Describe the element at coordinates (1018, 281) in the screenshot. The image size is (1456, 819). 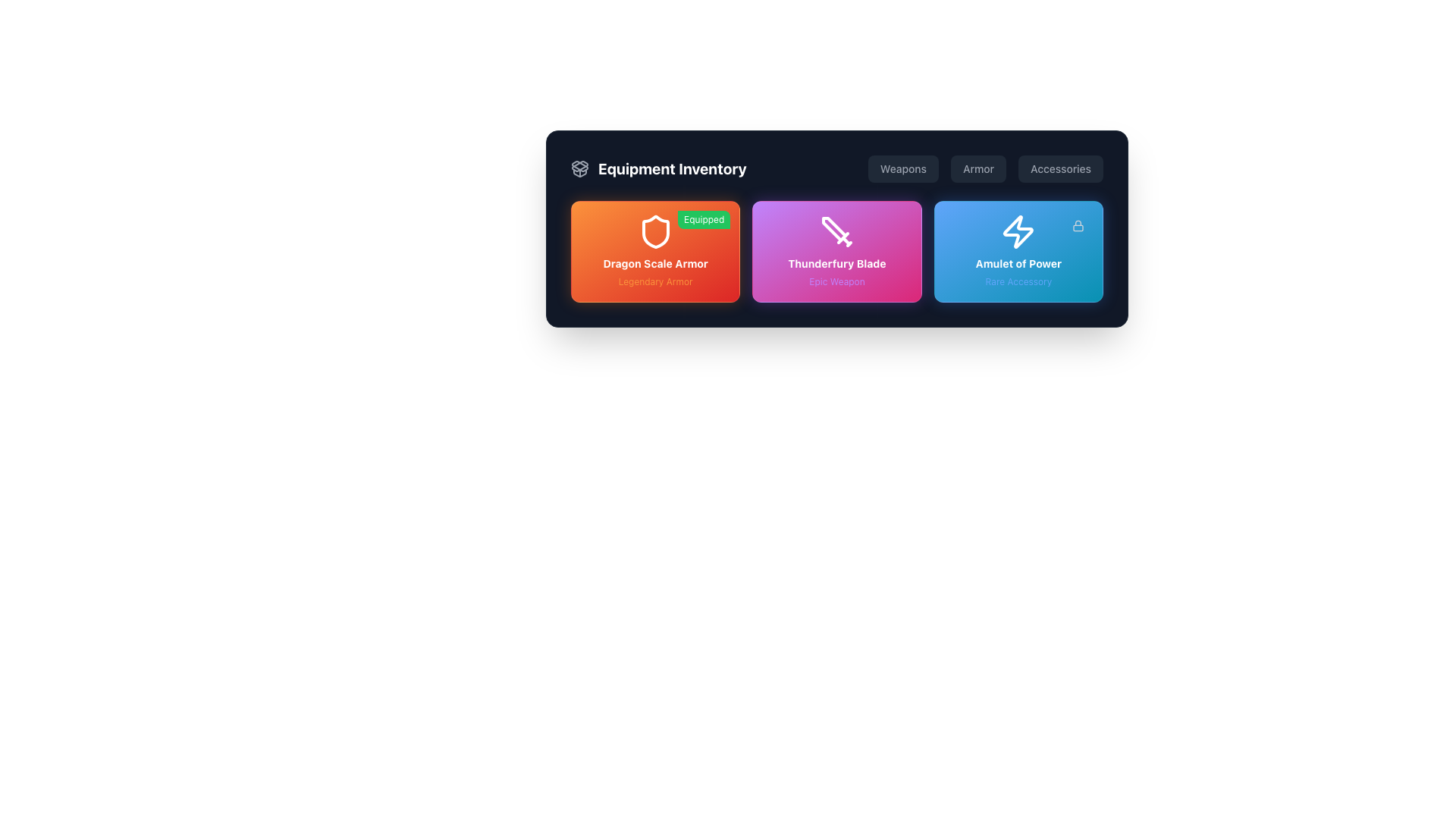
I see `the text label displaying 'Rare Accessory' which is located below the 'Amulet of Power' title in the inventory grid's third column` at that location.